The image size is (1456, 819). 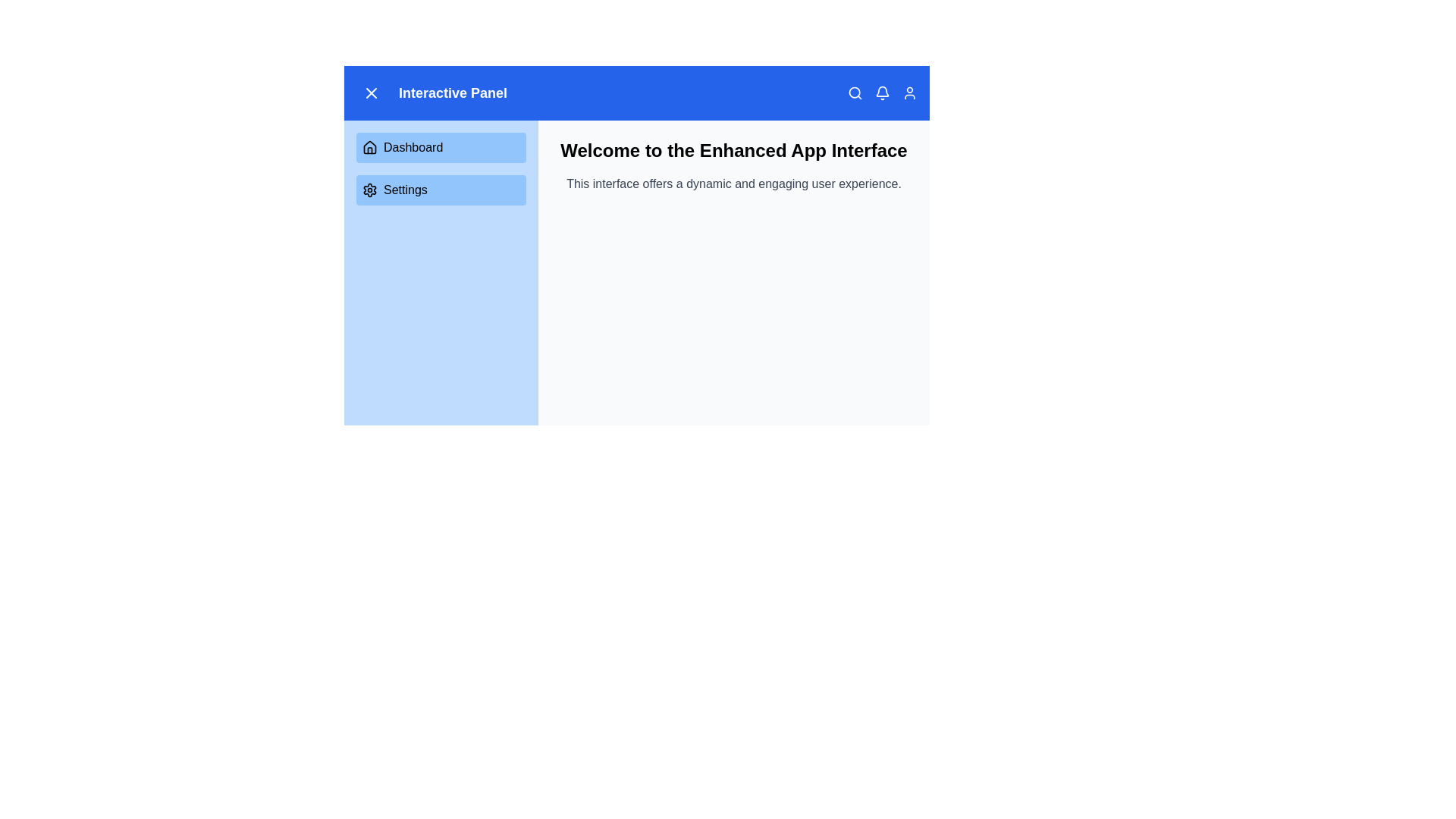 What do you see at coordinates (405, 189) in the screenshot?
I see `the descriptive label for the 'Settings' button located in the navigation panel on the left side of the interface, positioned to the right of a cogwheel icon` at bounding box center [405, 189].